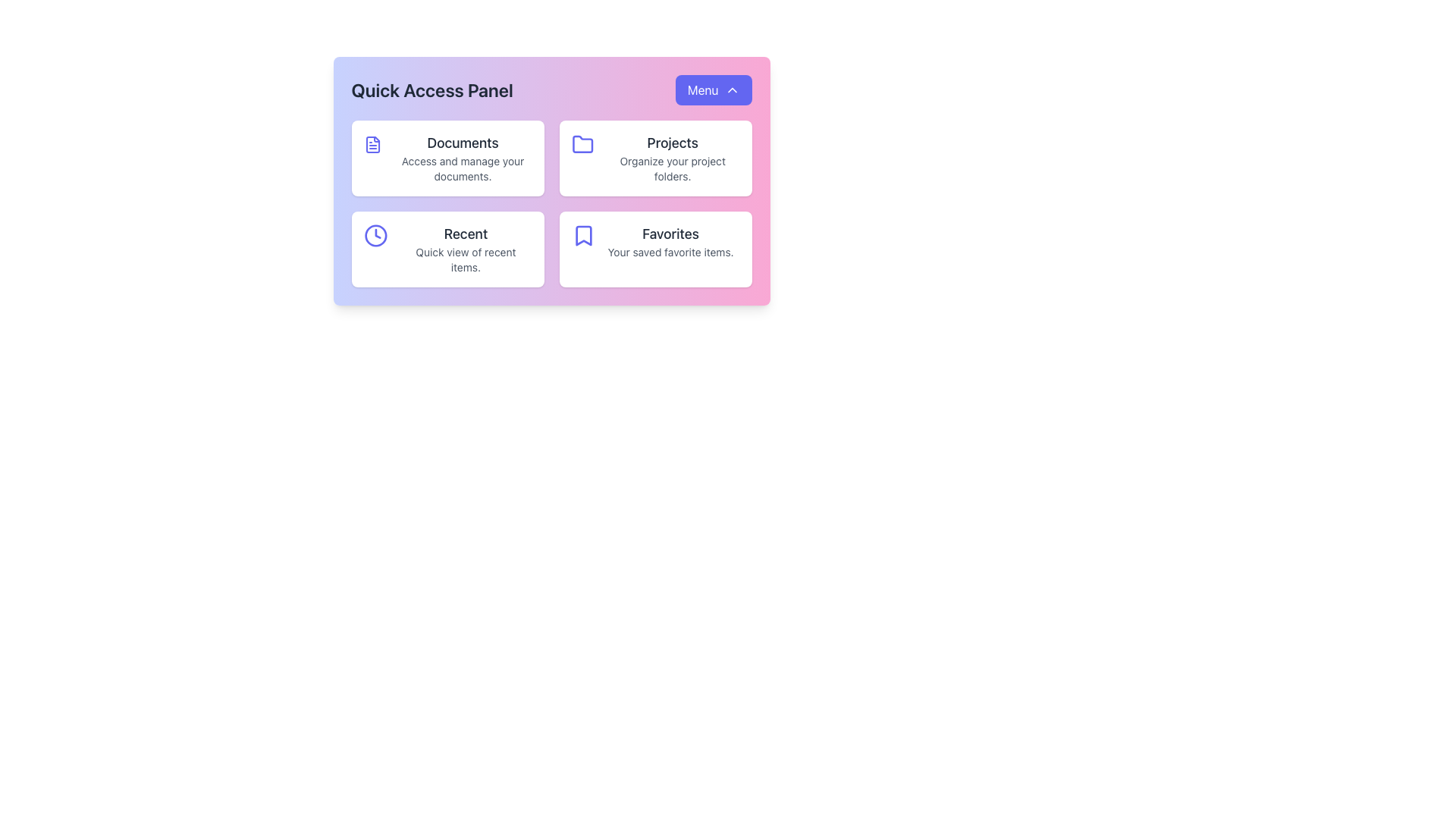 The image size is (1456, 819). Describe the element at coordinates (447, 158) in the screenshot. I see `the informational card button labeled 'Documents' in the top-left corner of the Quick Access Panel` at that location.